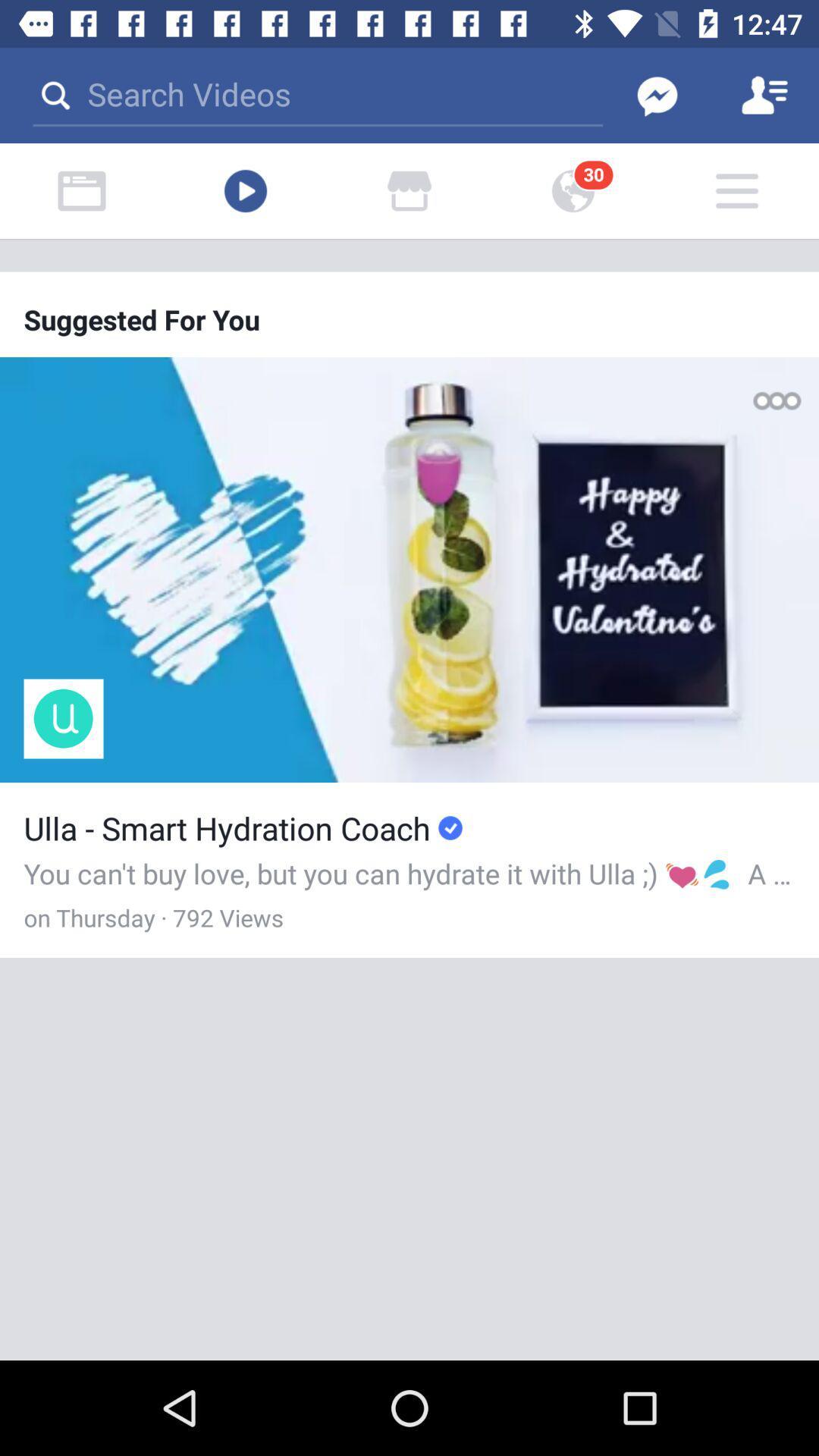  Describe the element at coordinates (82, 190) in the screenshot. I see `the delete icon` at that location.